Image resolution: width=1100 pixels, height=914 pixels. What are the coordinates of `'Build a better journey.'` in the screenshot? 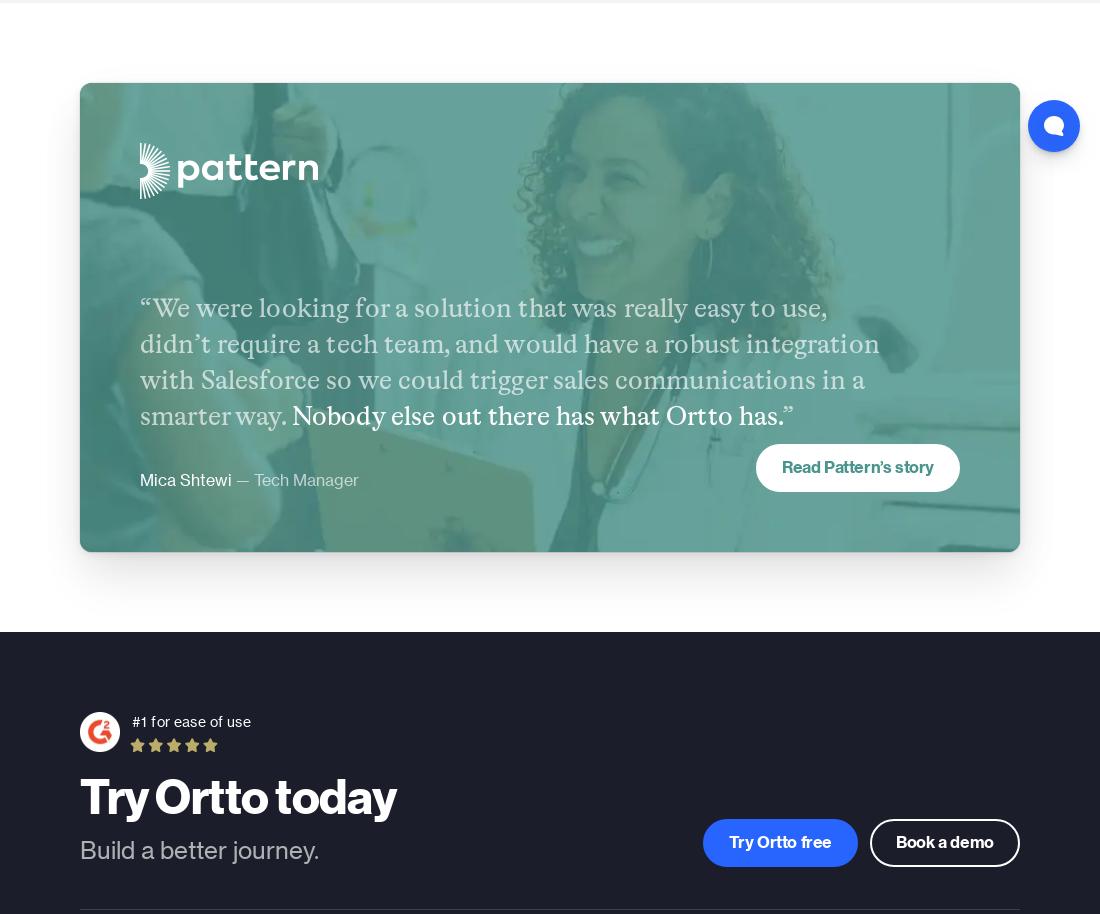 It's located at (198, 848).